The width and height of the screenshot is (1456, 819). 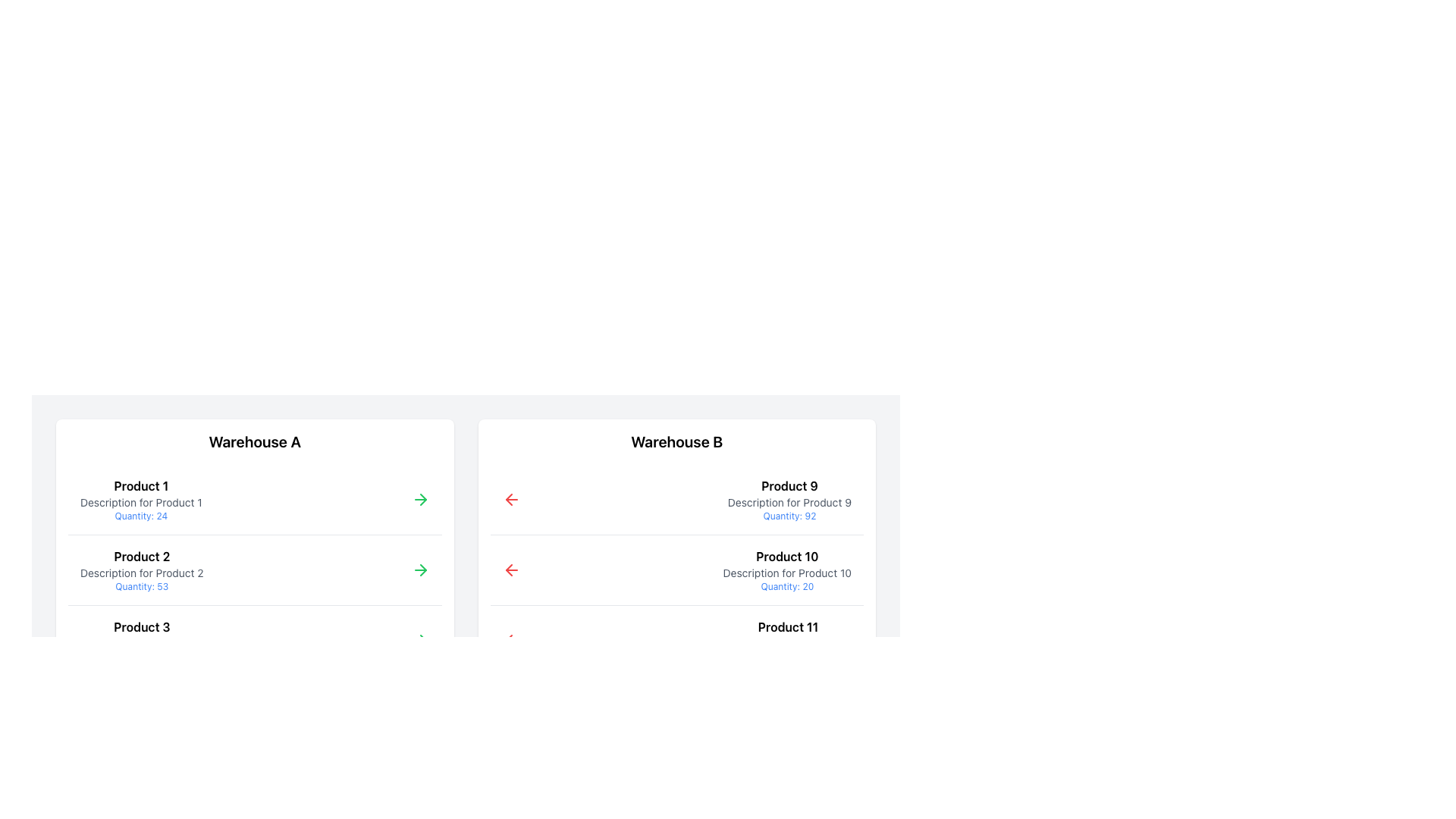 I want to click on the navigational icon in the upper-left section of the 'Warehouse B' product details for 'Product 9', so click(x=511, y=500).